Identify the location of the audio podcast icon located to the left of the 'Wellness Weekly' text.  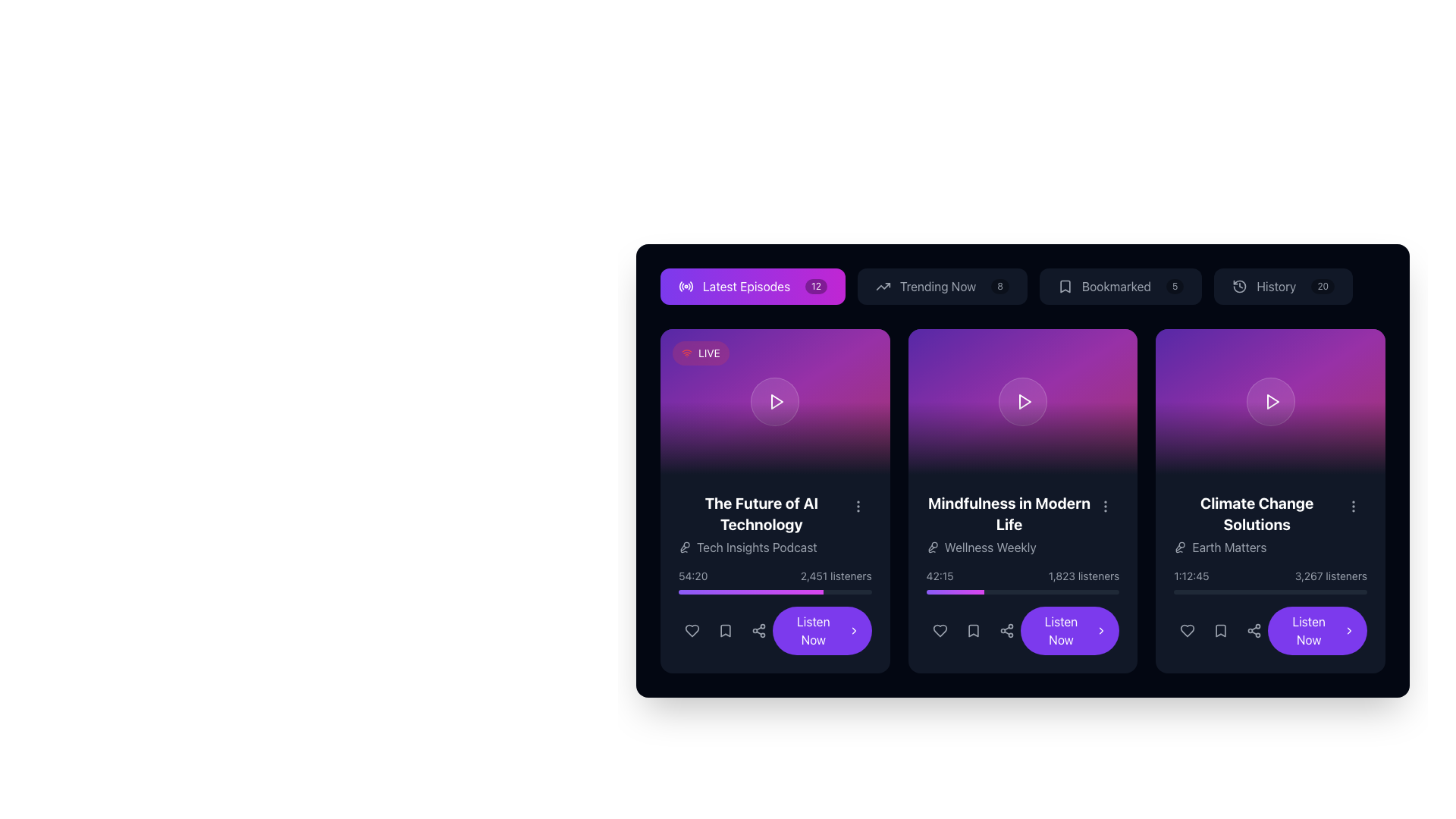
(931, 547).